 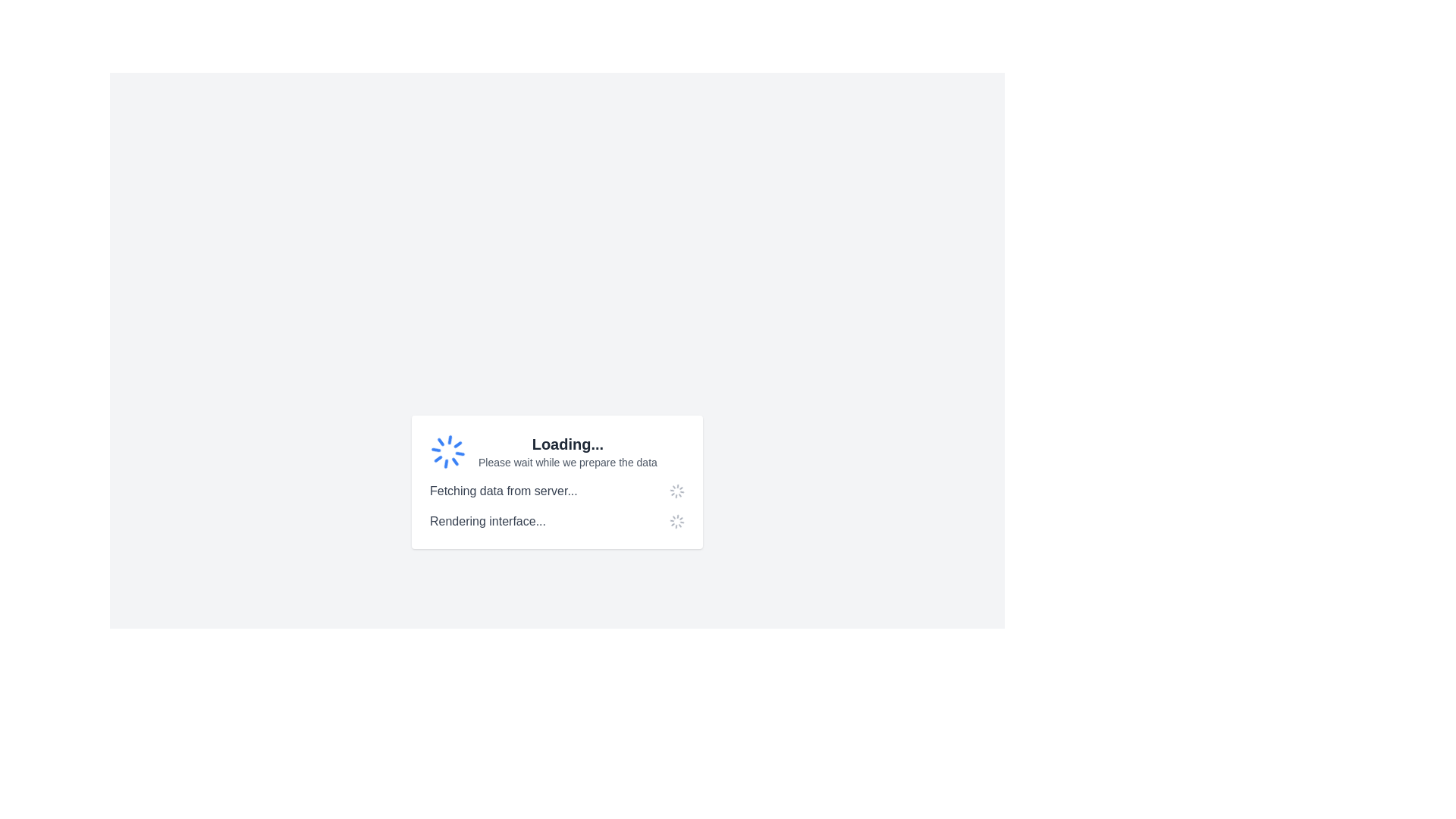 What do you see at coordinates (566, 444) in the screenshot?
I see `the loading status indicator text that notifies users of system processing` at bounding box center [566, 444].